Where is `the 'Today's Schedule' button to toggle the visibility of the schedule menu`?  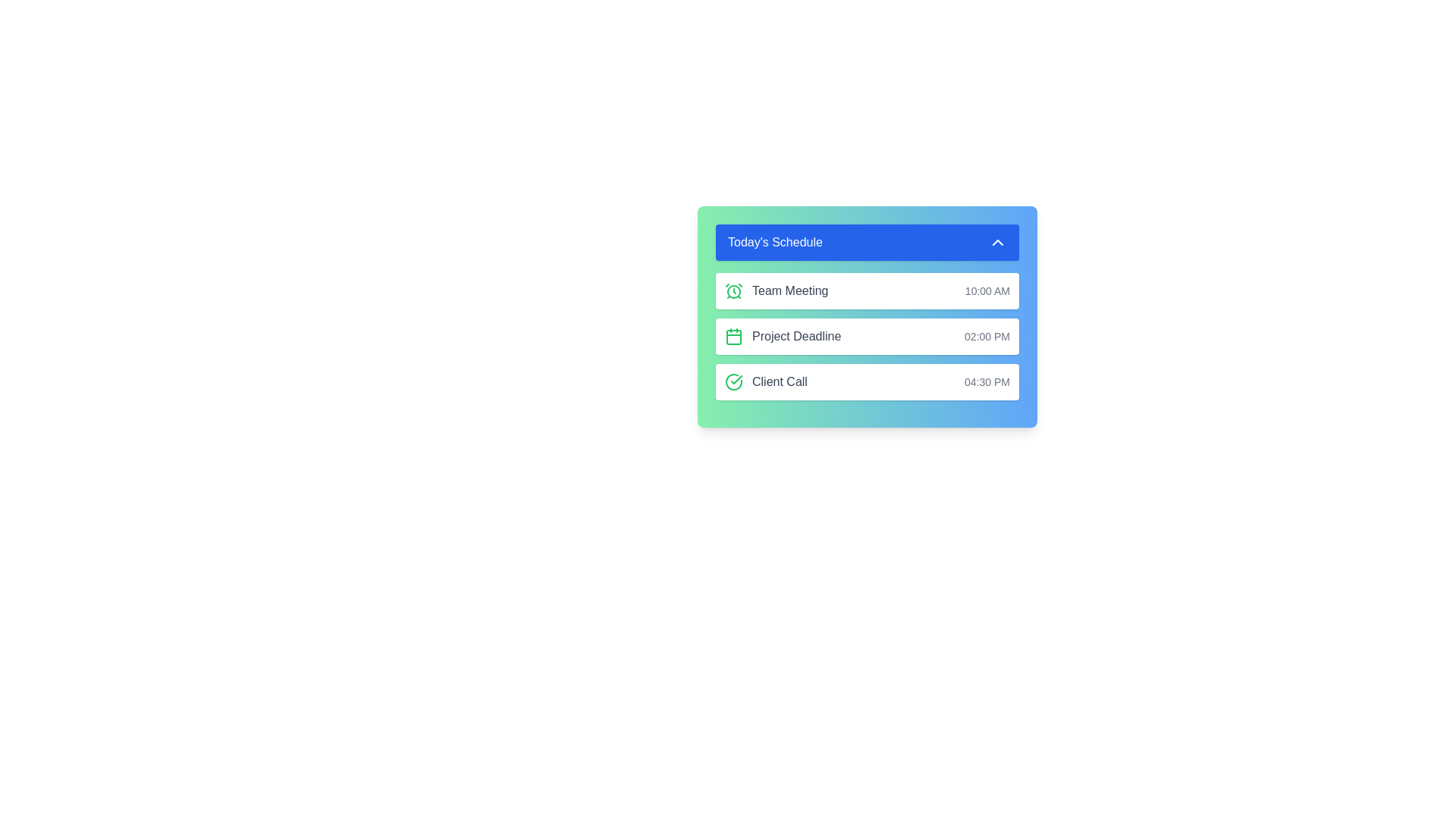
the 'Today's Schedule' button to toggle the visibility of the schedule menu is located at coordinates (867, 242).